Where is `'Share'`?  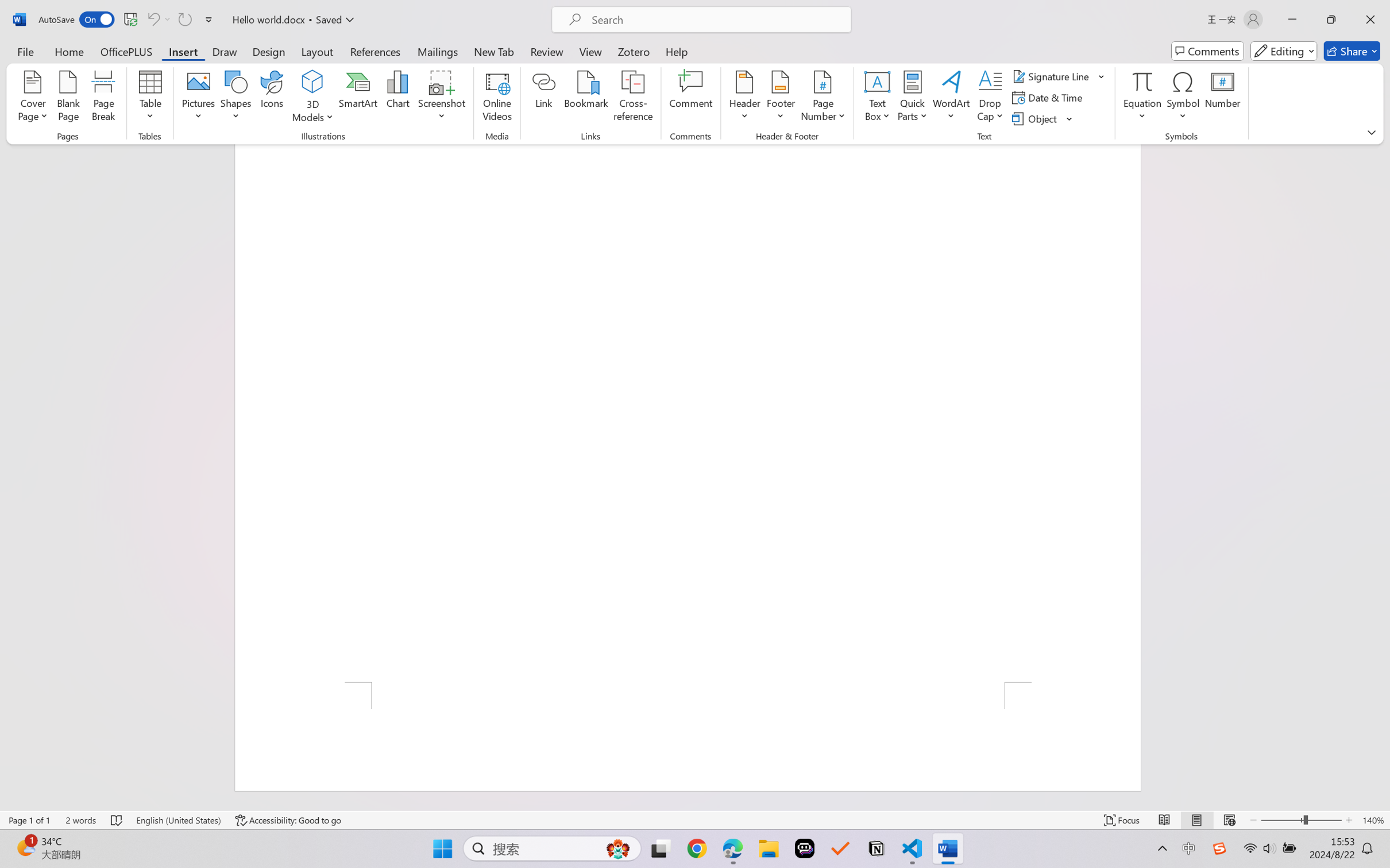
'Share' is located at coordinates (1351, 51).